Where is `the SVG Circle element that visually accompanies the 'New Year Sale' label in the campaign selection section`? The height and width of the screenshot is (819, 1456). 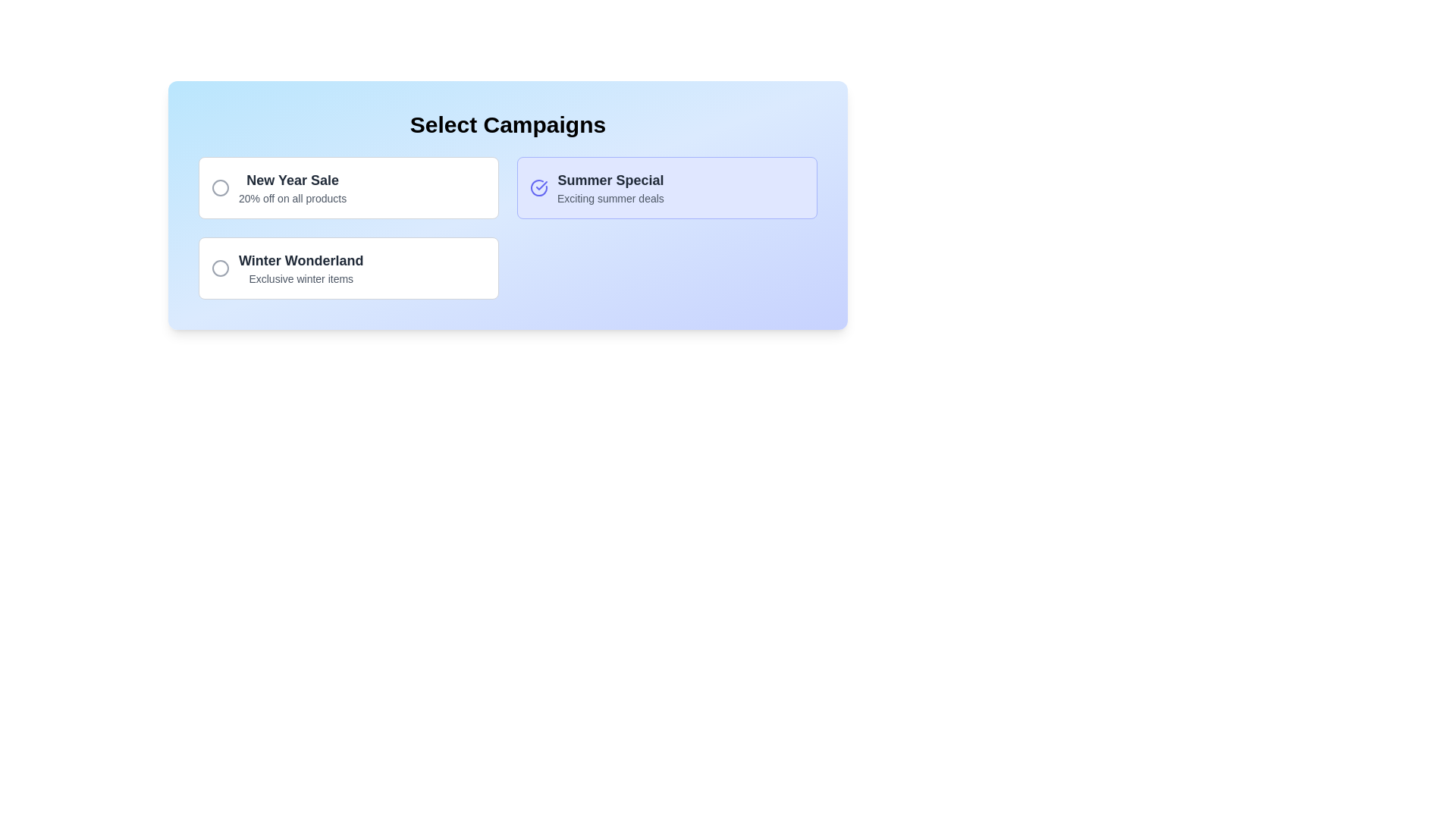 the SVG Circle element that visually accompanies the 'New Year Sale' label in the campaign selection section is located at coordinates (220, 187).